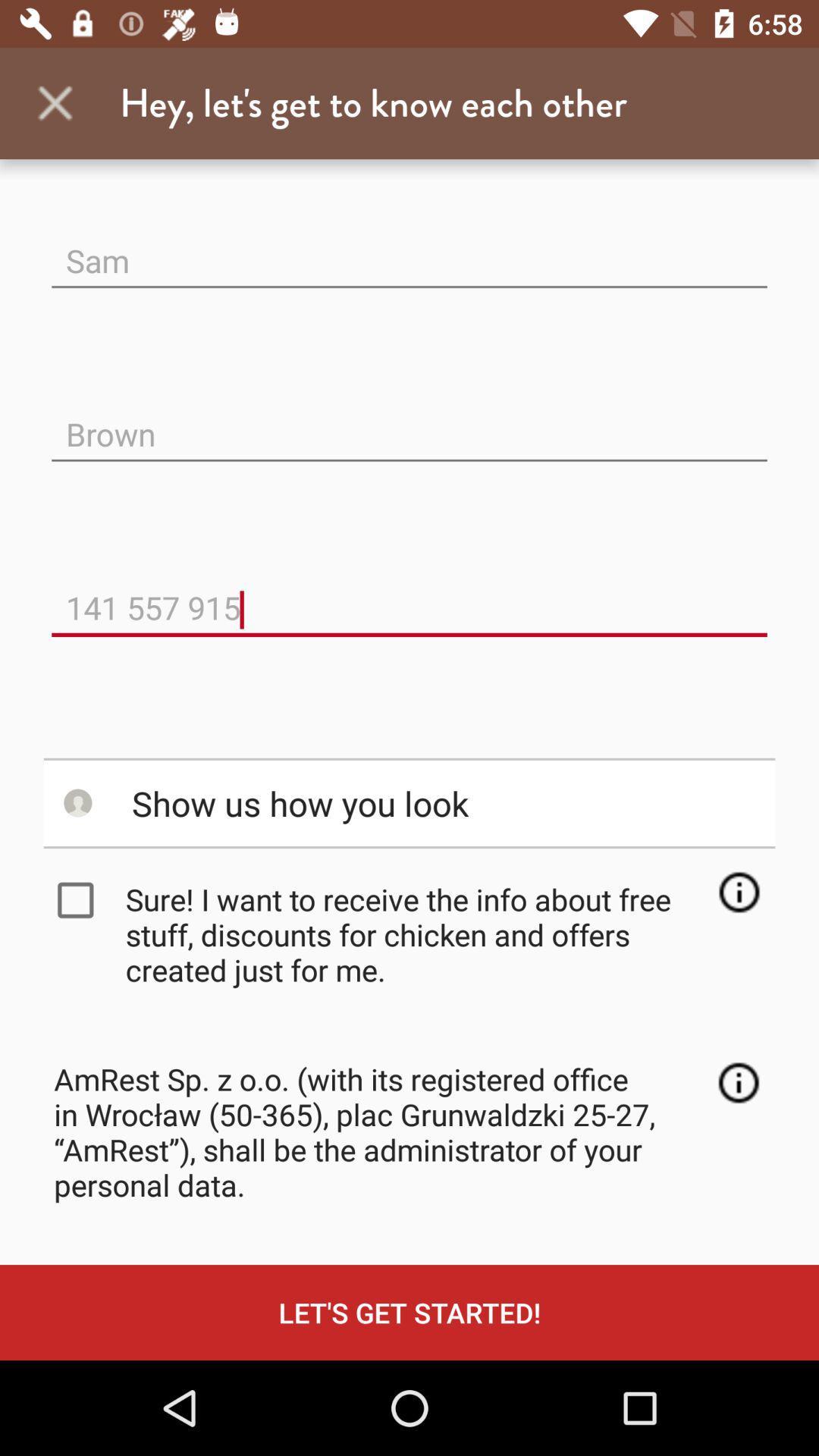 Image resolution: width=819 pixels, height=1456 pixels. Describe the element at coordinates (79, 900) in the screenshot. I see `the item to the left of sure i want` at that location.